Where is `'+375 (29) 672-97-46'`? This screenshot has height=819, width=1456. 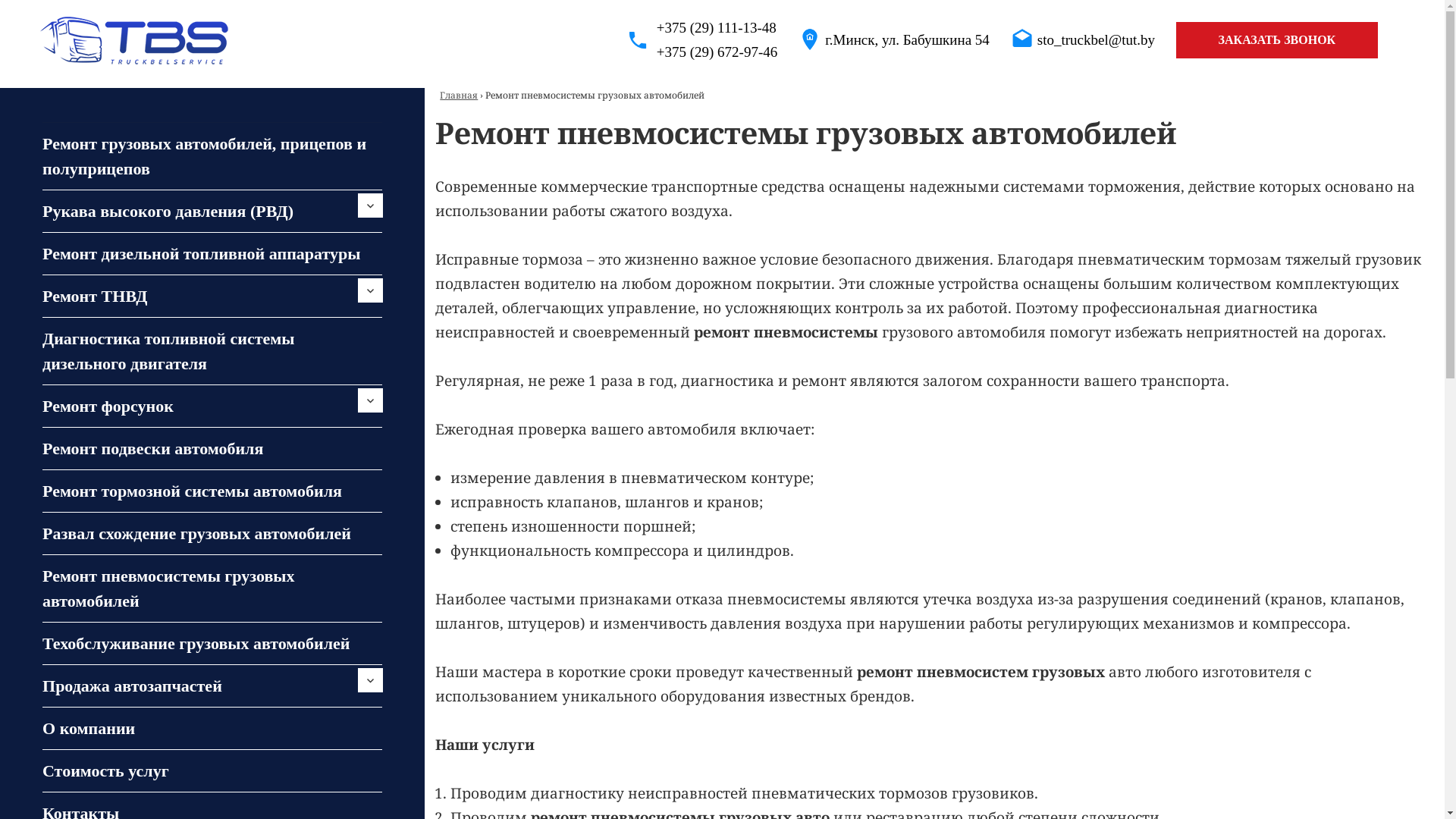 '+375 (29) 672-97-46' is located at coordinates (626, 52).